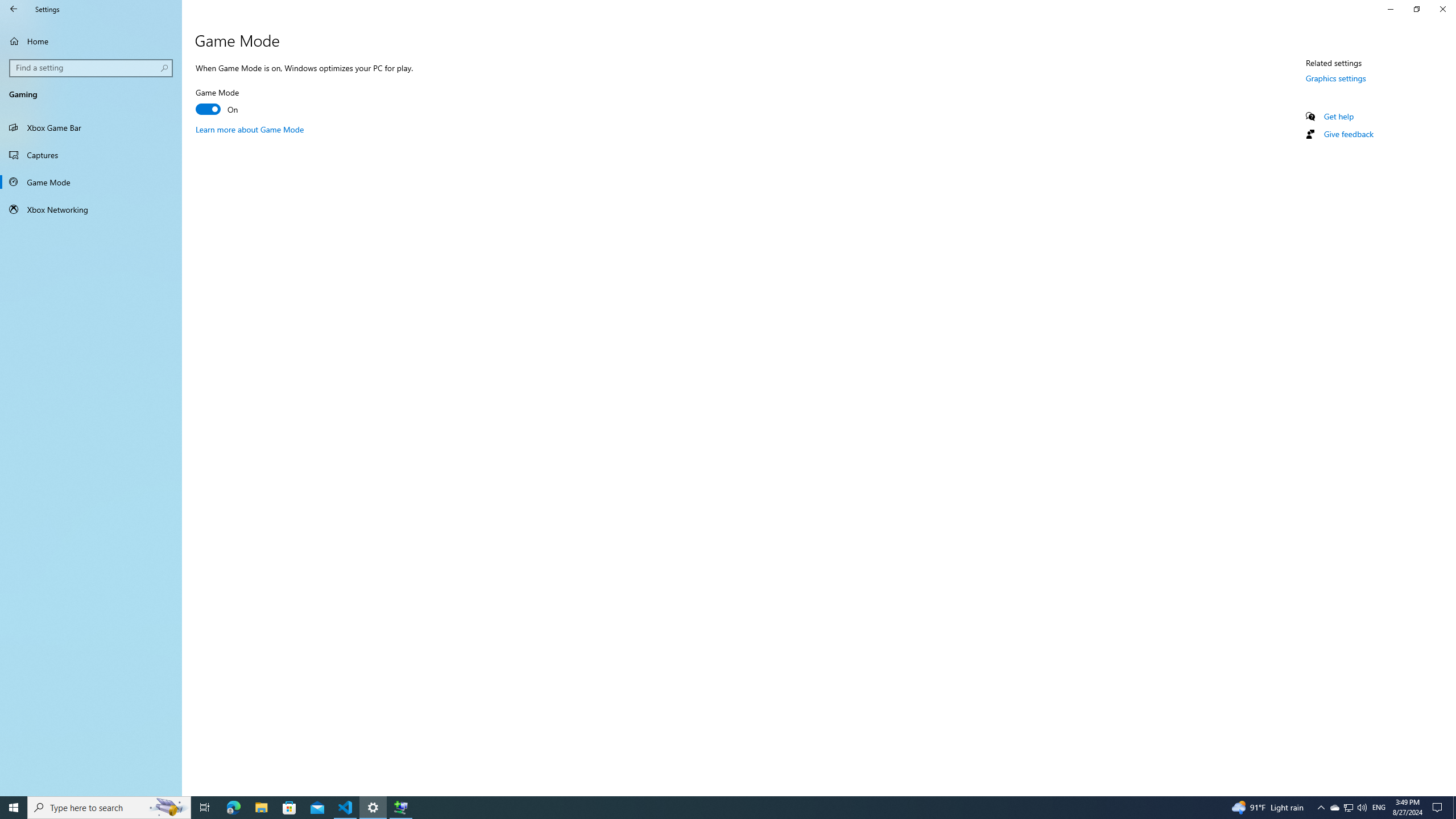 The width and height of the screenshot is (1456, 819). I want to click on 'Get help', so click(1338, 115).